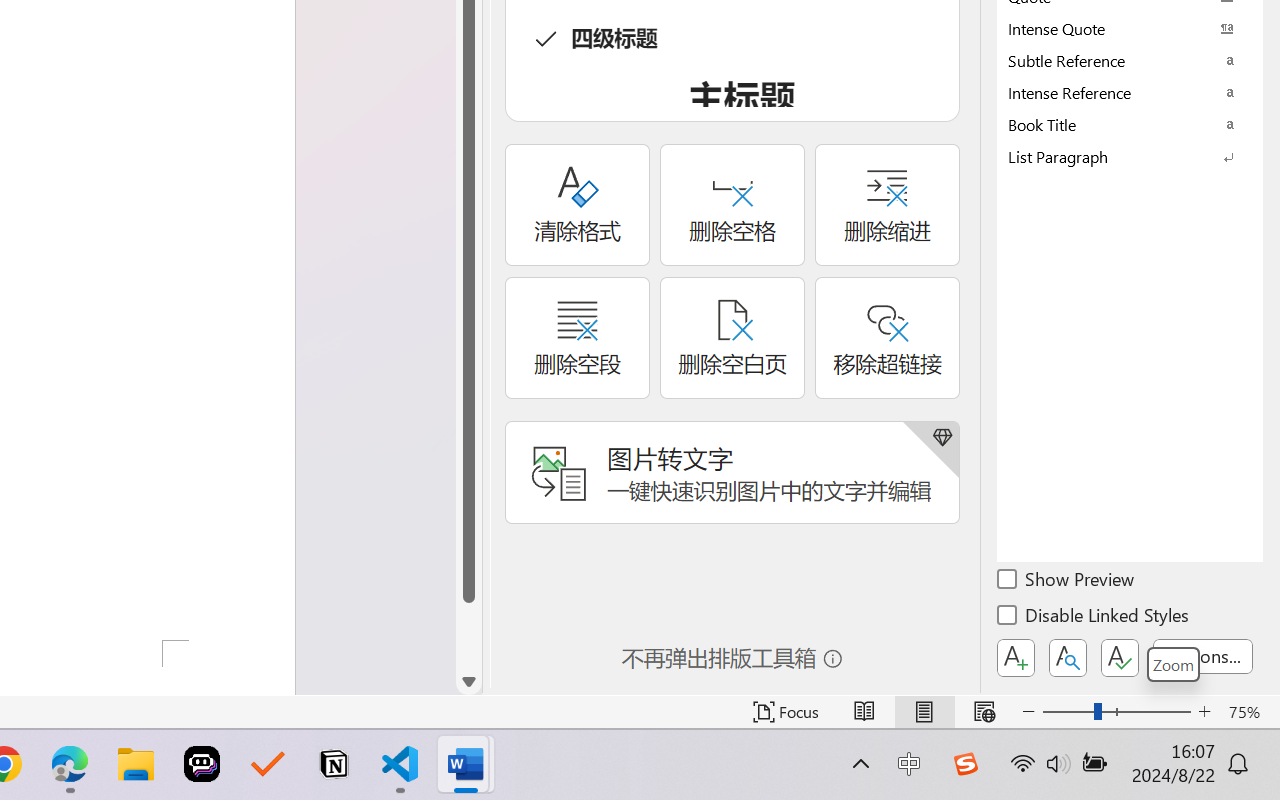  Describe the element at coordinates (984, 711) in the screenshot. I see `'Web Layout'` at that location.